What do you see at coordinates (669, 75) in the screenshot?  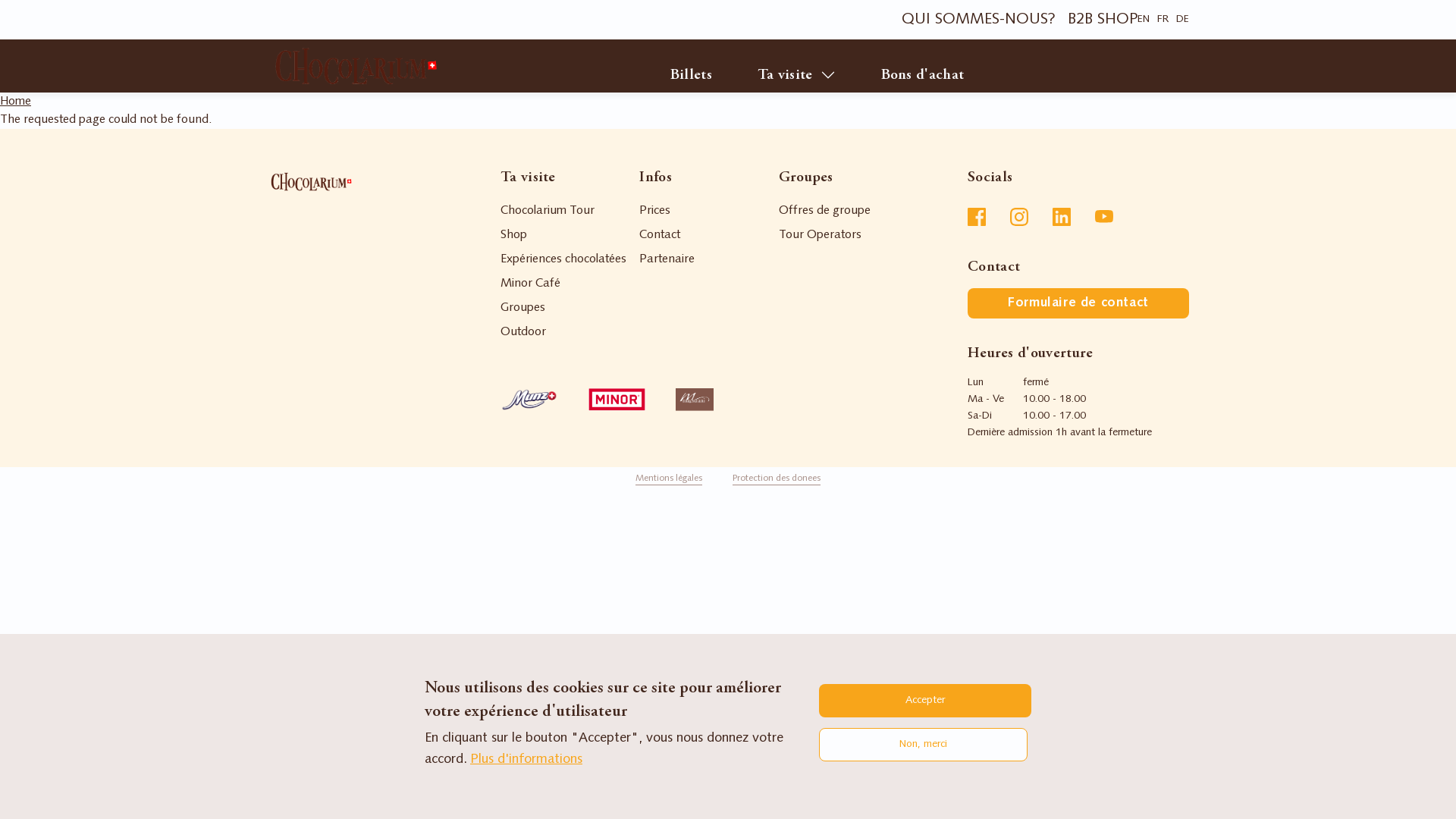 I see `'Billets'` at bounding box center [669, 75].